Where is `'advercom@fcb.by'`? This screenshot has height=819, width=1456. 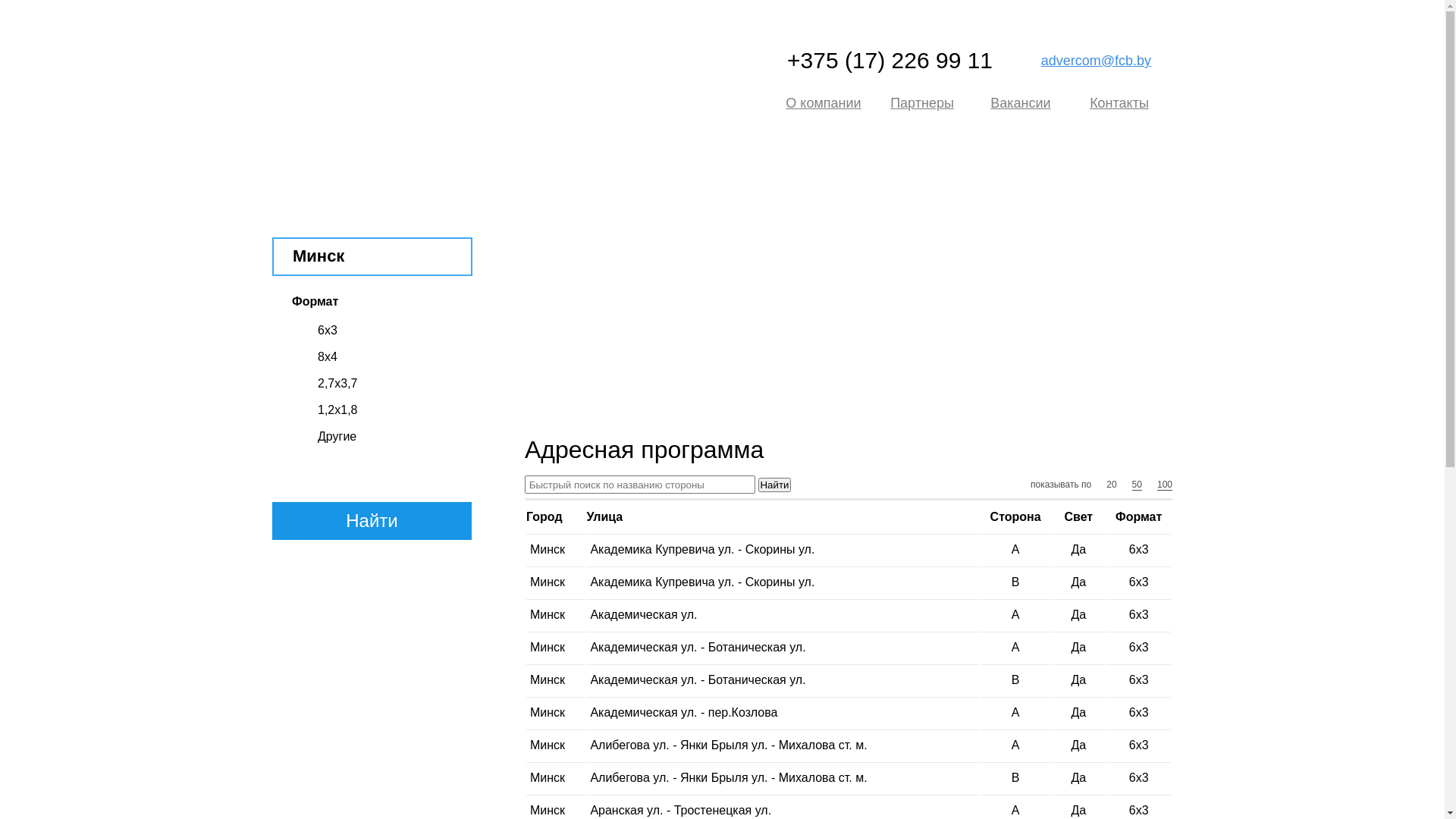 'advercom@fcb.by' is located at coordinates (1096, 60).